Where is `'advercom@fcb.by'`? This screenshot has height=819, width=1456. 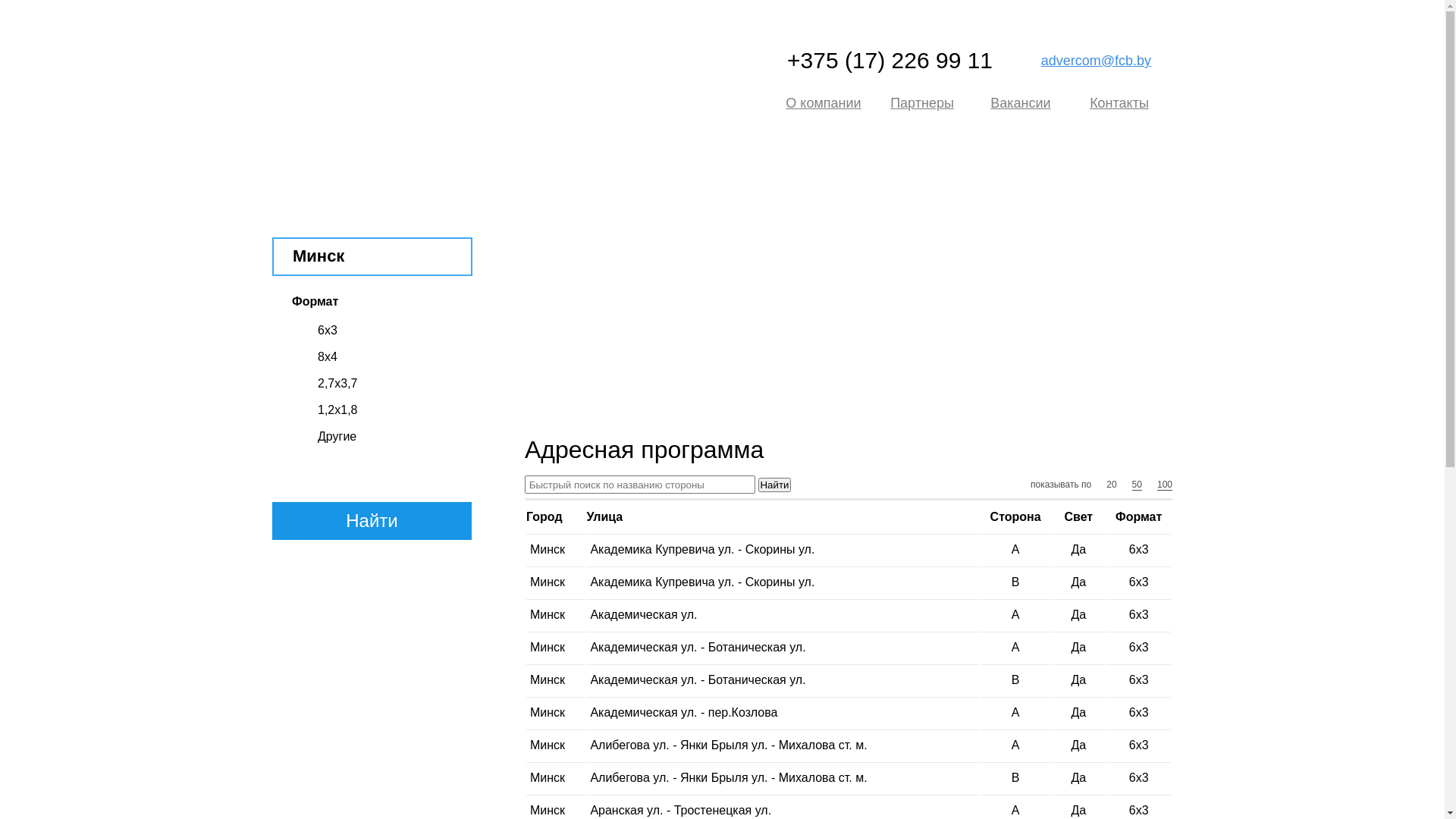 'advercom@fcb.by' is located at coordinates (1096, 60).